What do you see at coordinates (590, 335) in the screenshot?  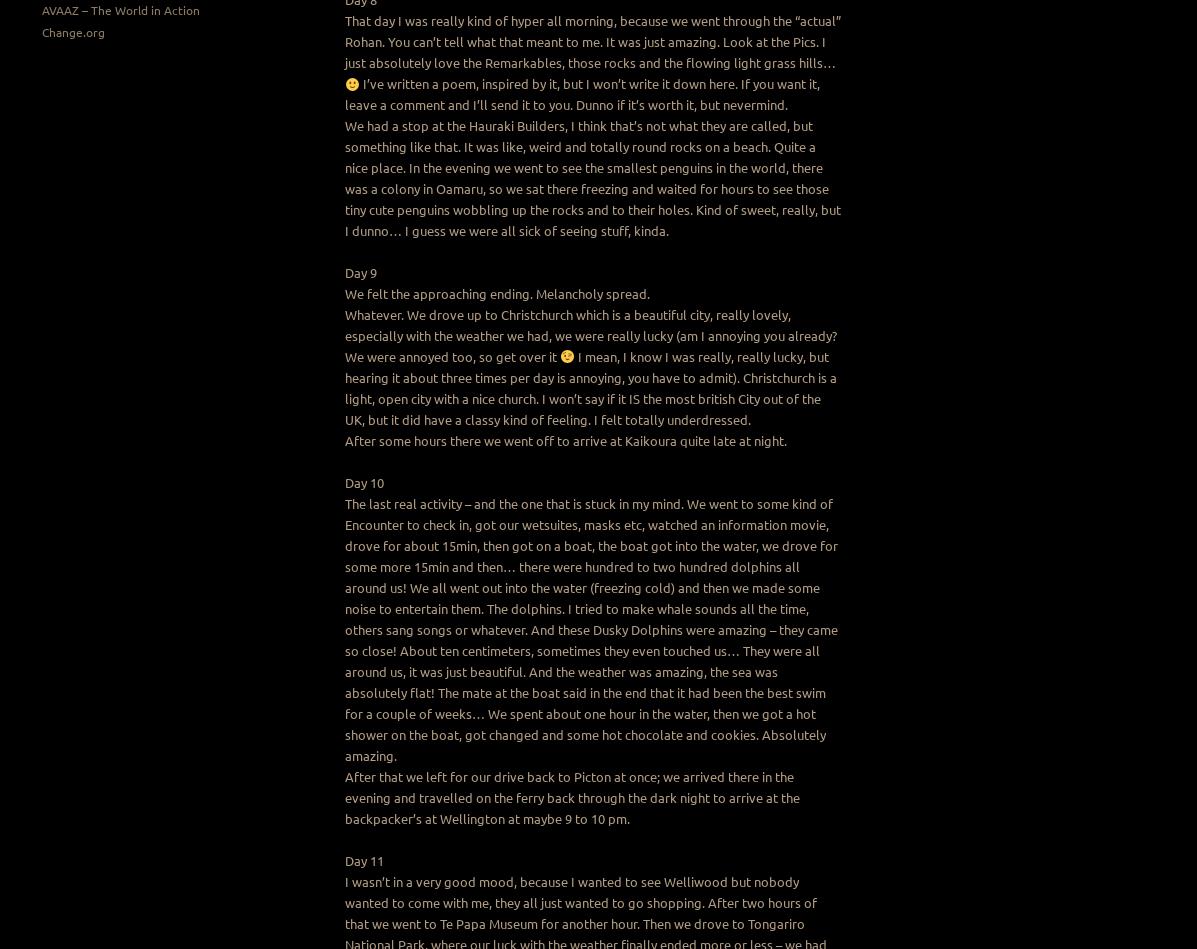 I see `'Whatever. We drove up to Christchurch which is a beautiful city, really lovely, especially with the weather we had, we were really lucky (am I annoying you already? We were annoyed too, so get over it'` at bounding box center [590, 335].